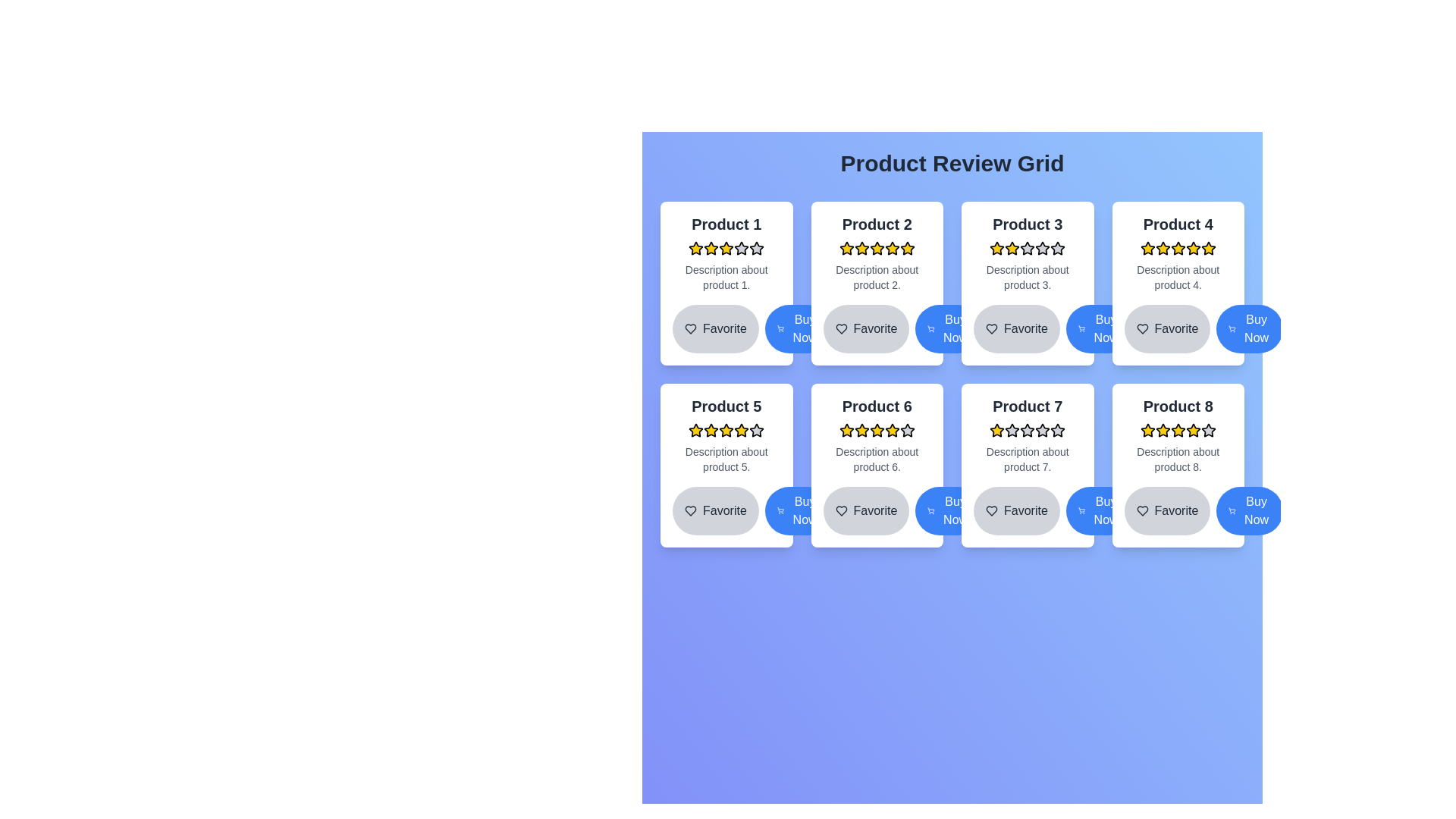  I want to click on the fifth star rating icon in the grid view, so click(861, 247).